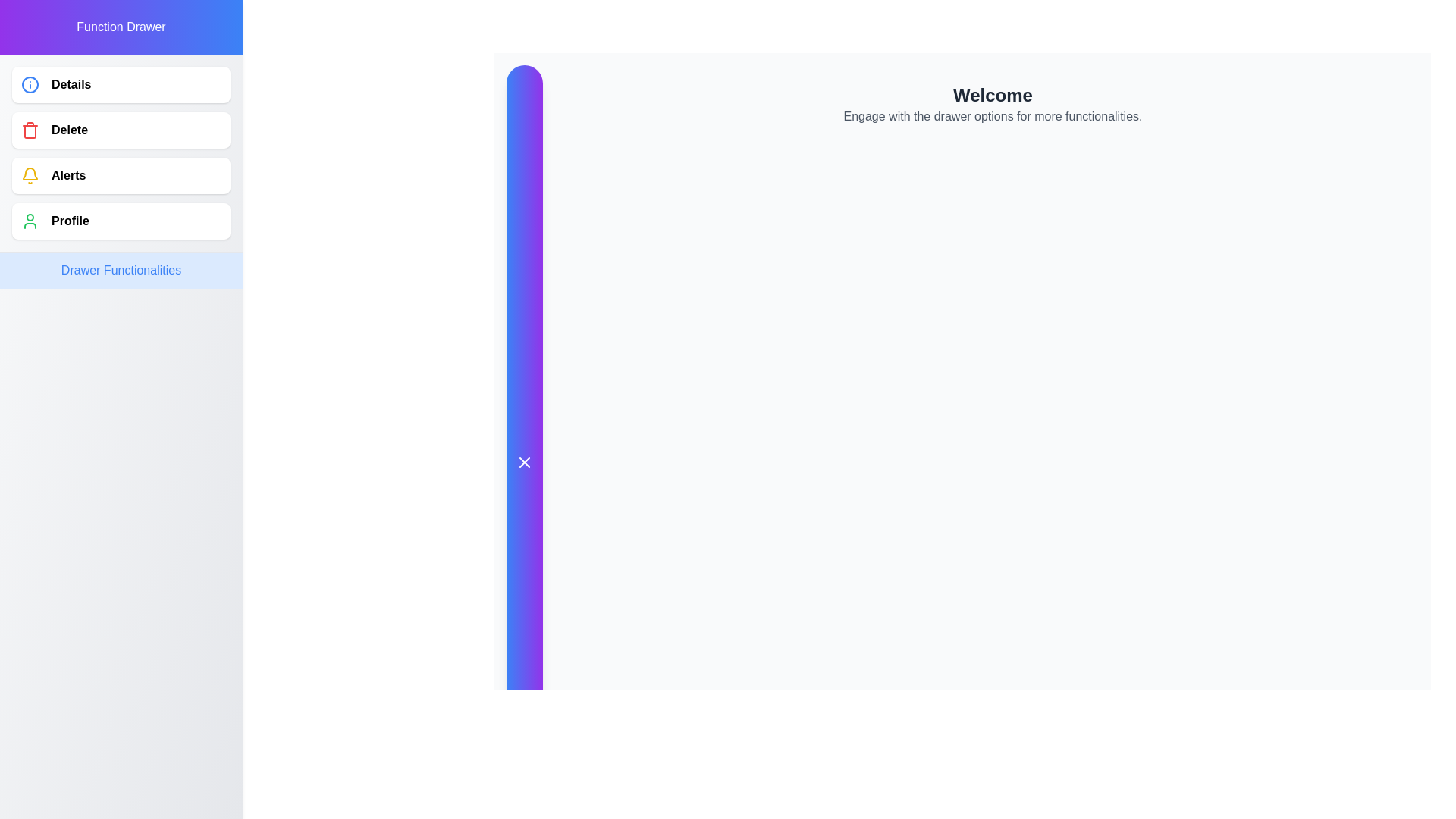  What do you see at coordinates (993, 96) in the screenshot?
I see `bold, large-font heading text 'Welcome' displayed at the top-center of the interface` at bounding box center [993, 96].